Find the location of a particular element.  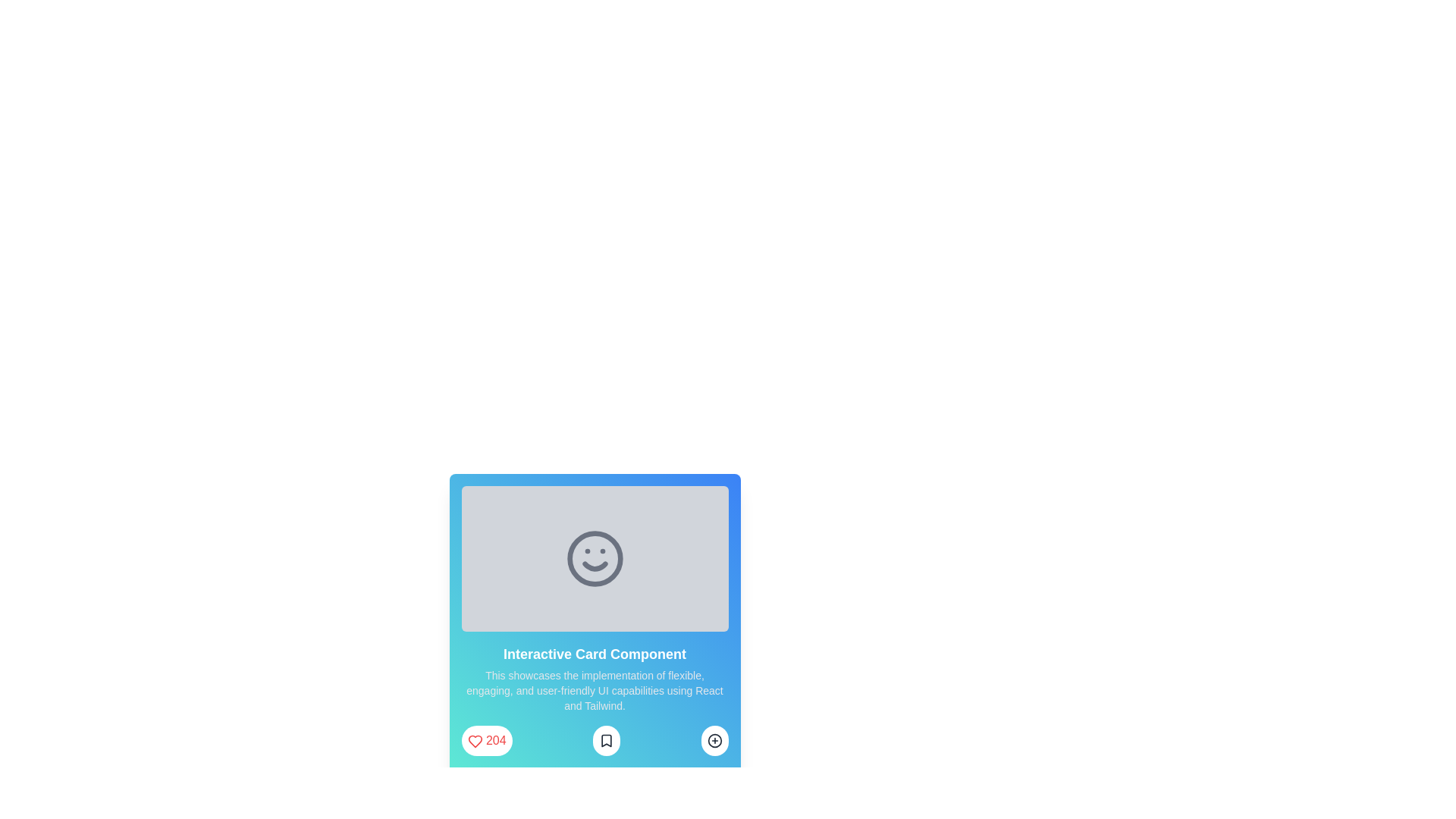

the bookmark button located in the center of the three horizontally aligned circular buttons at the bottom of the card is located at coordinates (607, 739).